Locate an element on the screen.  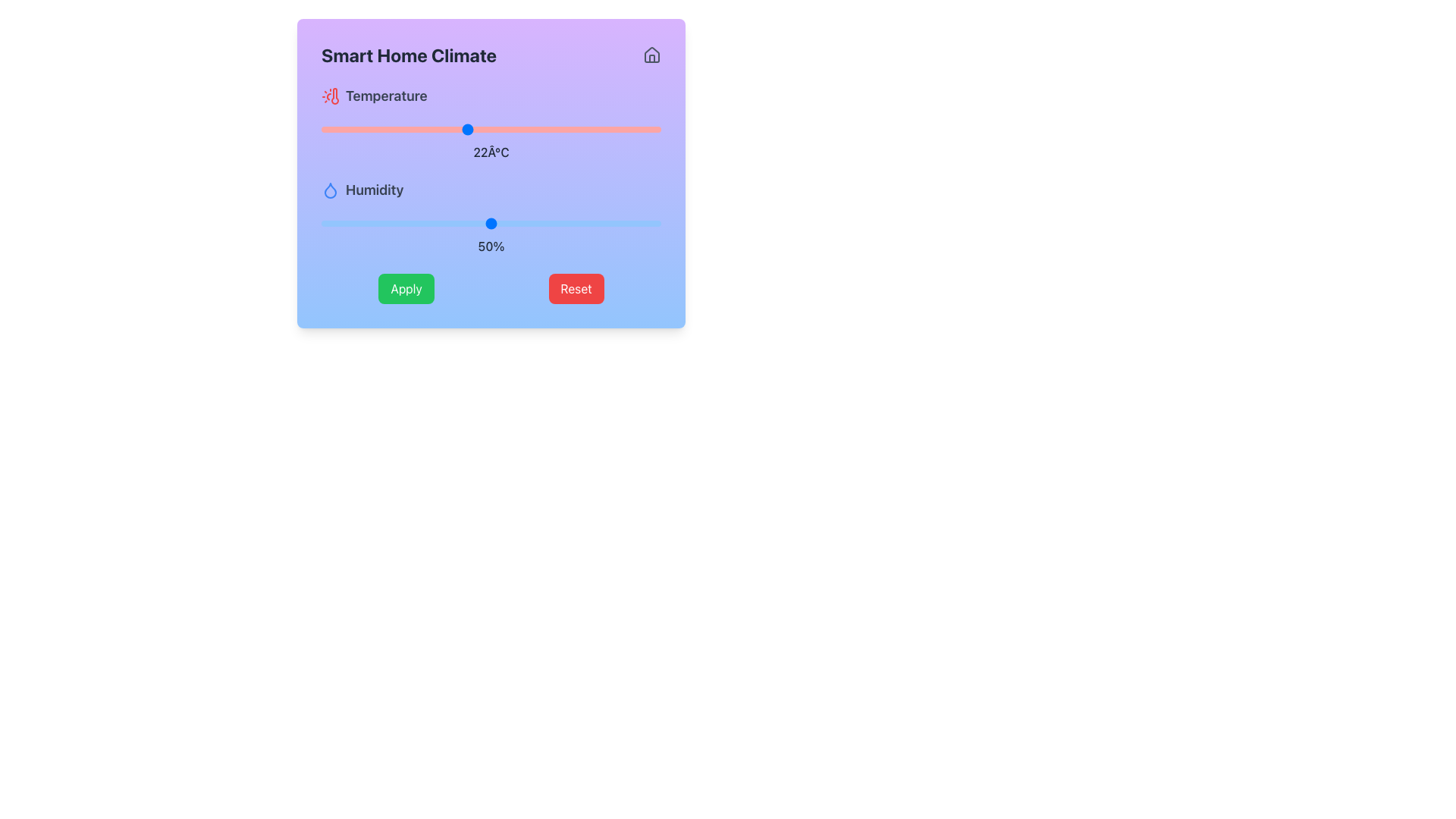
the text label displaying '50%' which is centered below the blue slider bar in the 'Humidity' section is located at coordinates (491, 245).